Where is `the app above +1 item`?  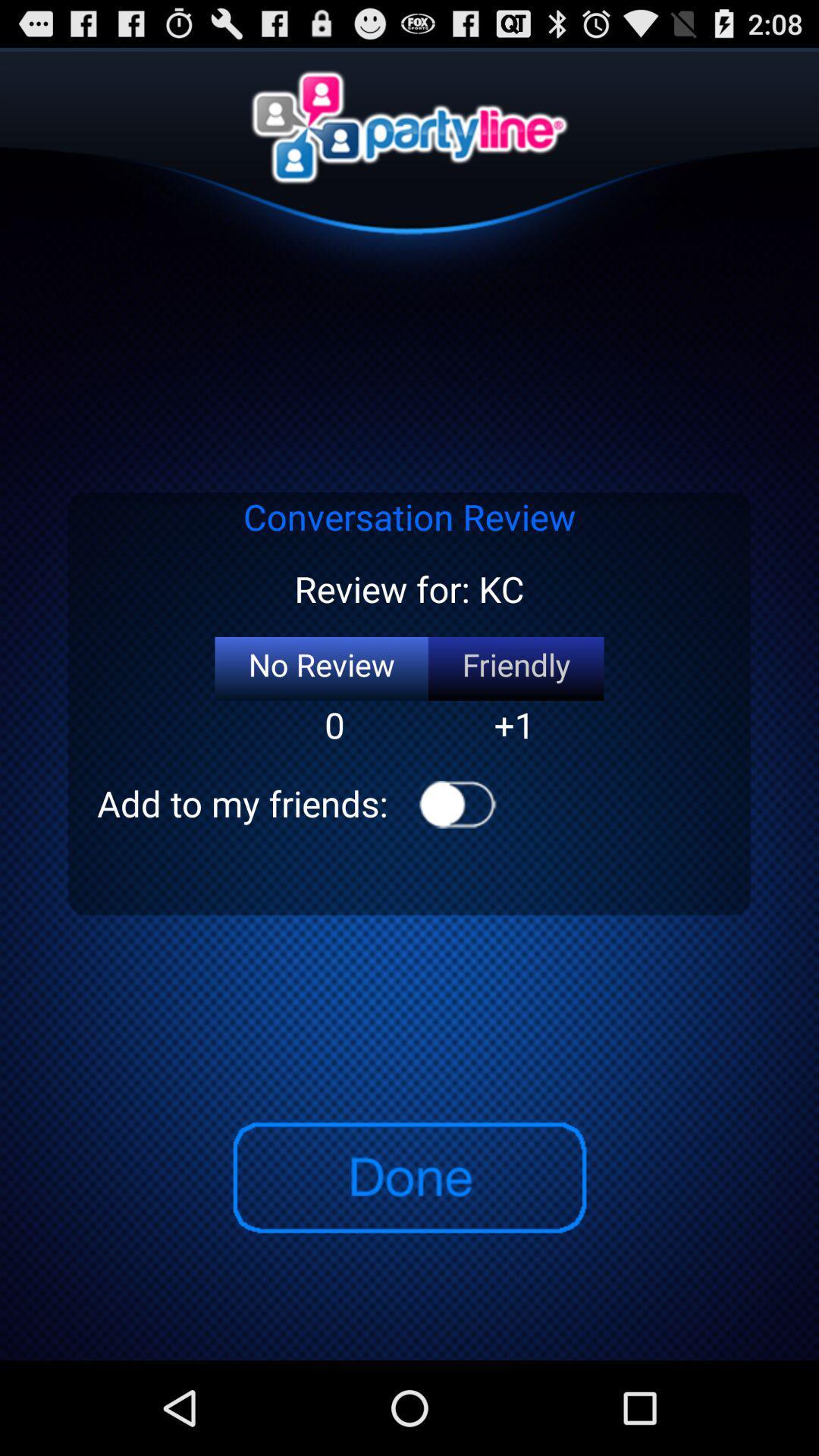 the app above +1 item is located at coordinates (515, 668).